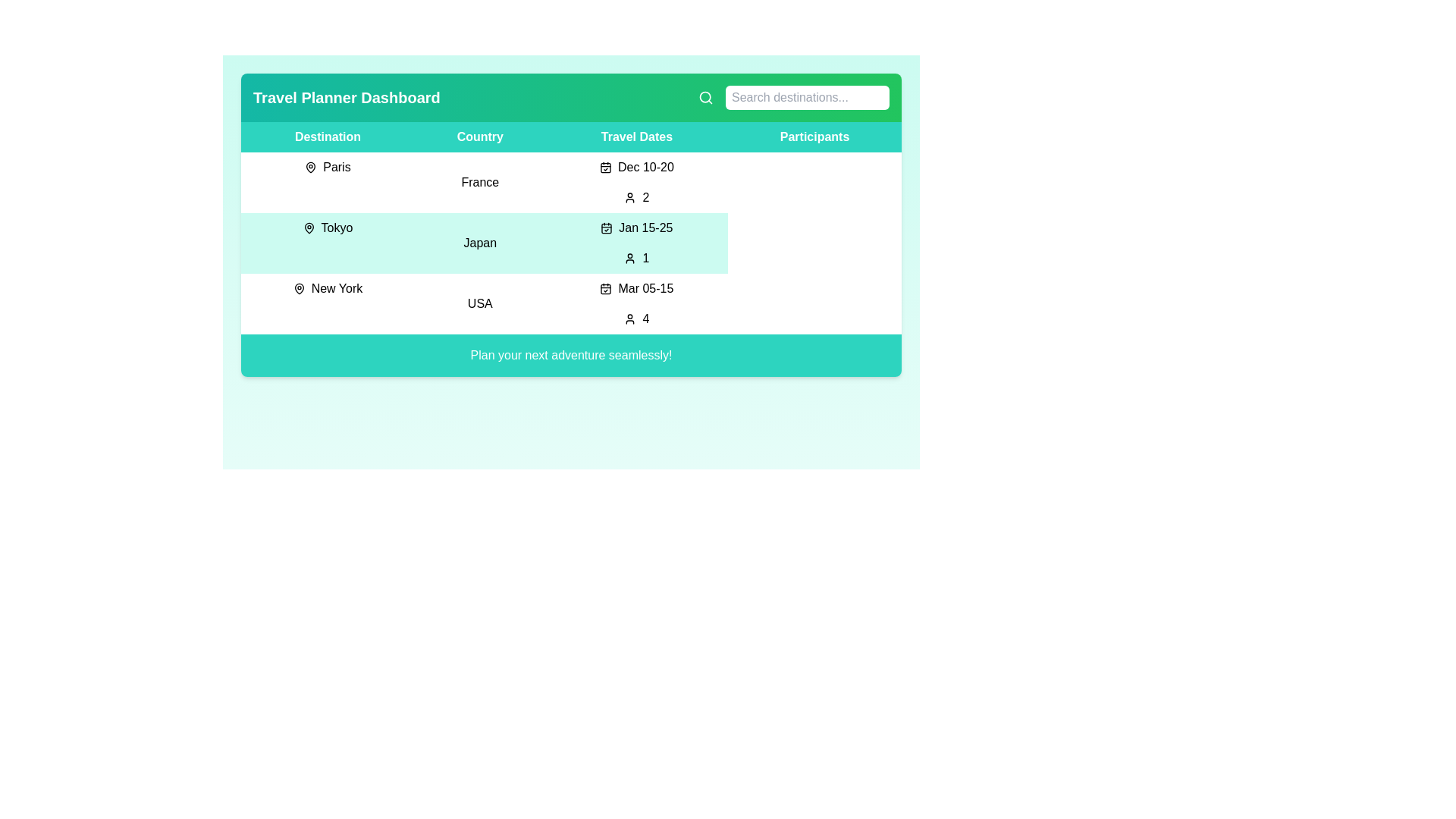 The width and height of the screenshot is (1456, 819). I want to click on the table header cell displaying the text 'Country', which is centered within a turquoise rectangle and is the second header in a row of four, positioned between 'Destination' and 'Travel Dates', so click(479, 137).